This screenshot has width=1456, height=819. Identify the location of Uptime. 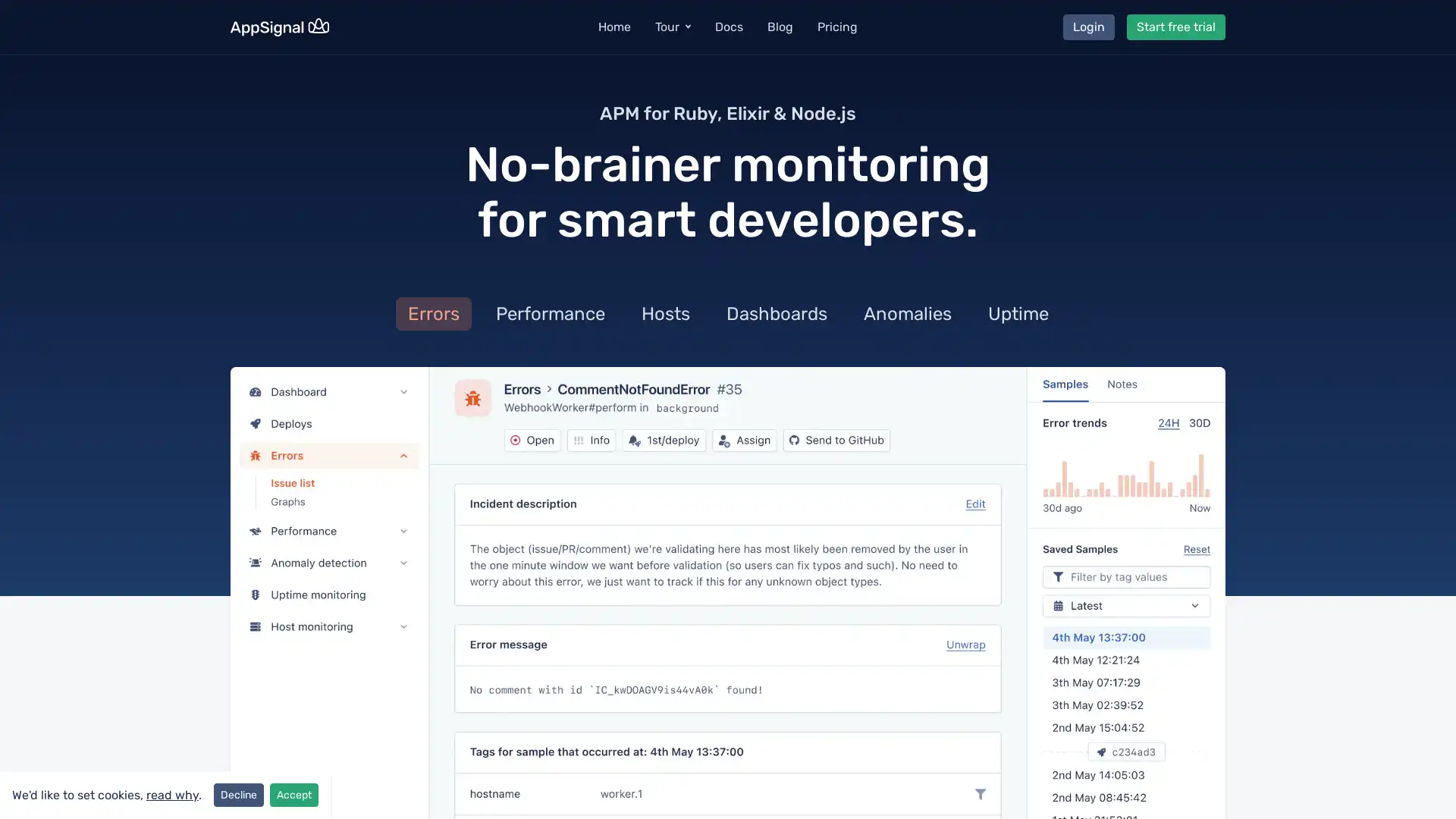
(1018, 312).